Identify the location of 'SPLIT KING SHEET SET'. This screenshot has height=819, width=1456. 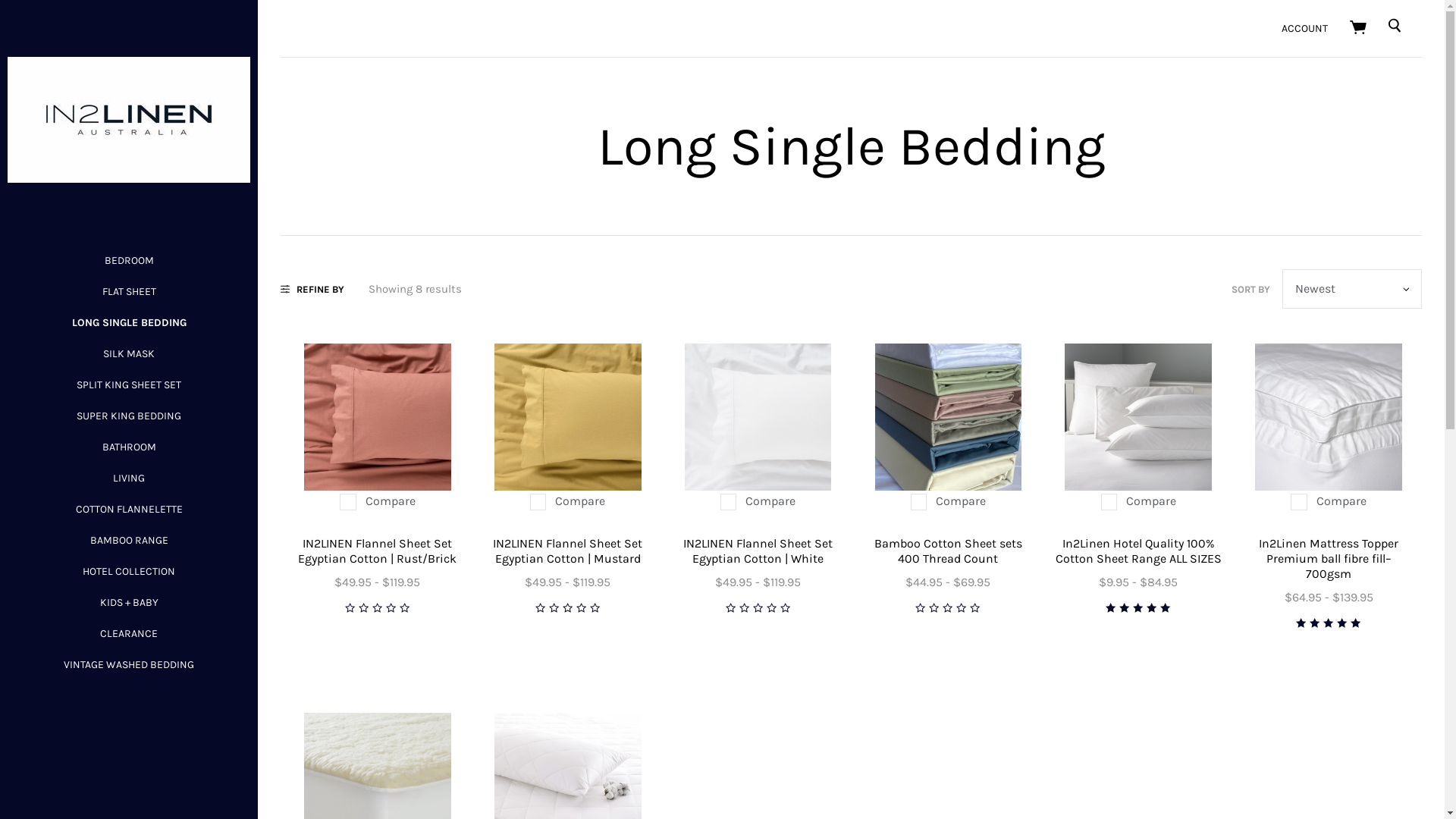
(128, 384).